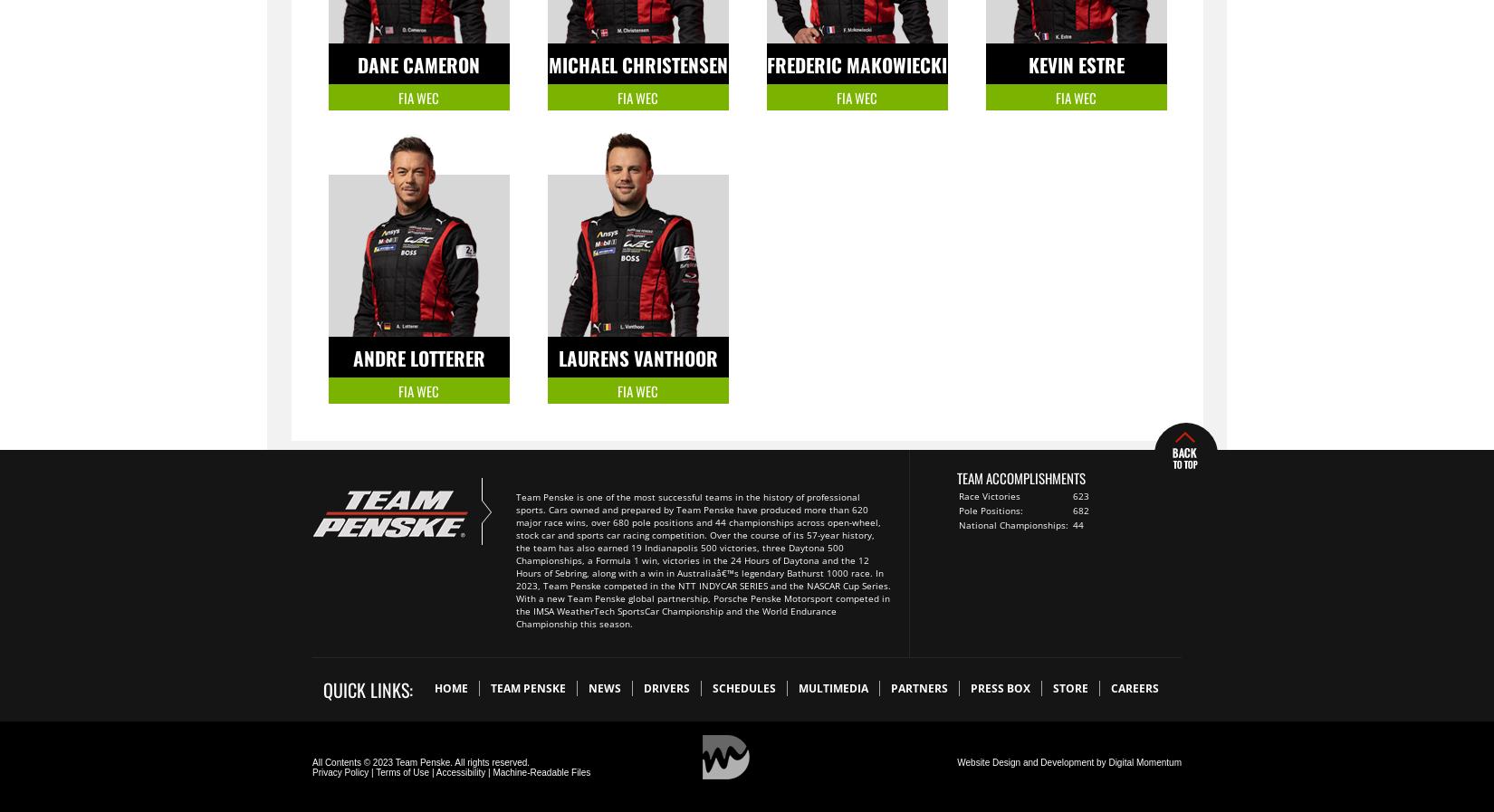 This screenshot has height=812, width=1494. What do you see at coordinates (401, 772) in the screenshot?
I see `'Terms of Use'` at bounding box center [401, 772].